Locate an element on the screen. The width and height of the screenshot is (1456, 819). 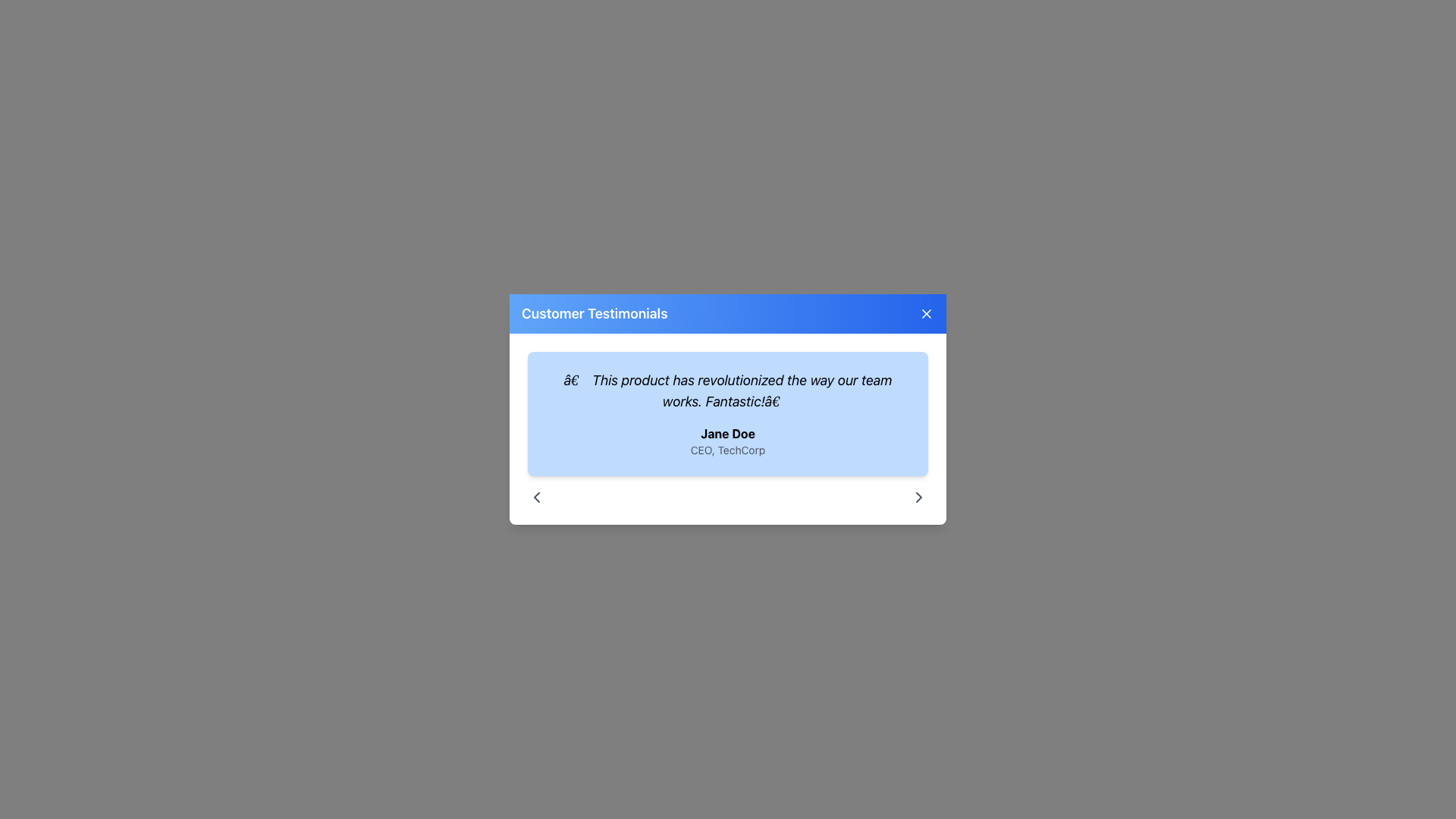
the Text Block displaying 'Jane Doe' and 'CEO, TechCorp' which is center-aligned in a light blue rectangular area below a testimonial text is located at coordinates (728, 441).